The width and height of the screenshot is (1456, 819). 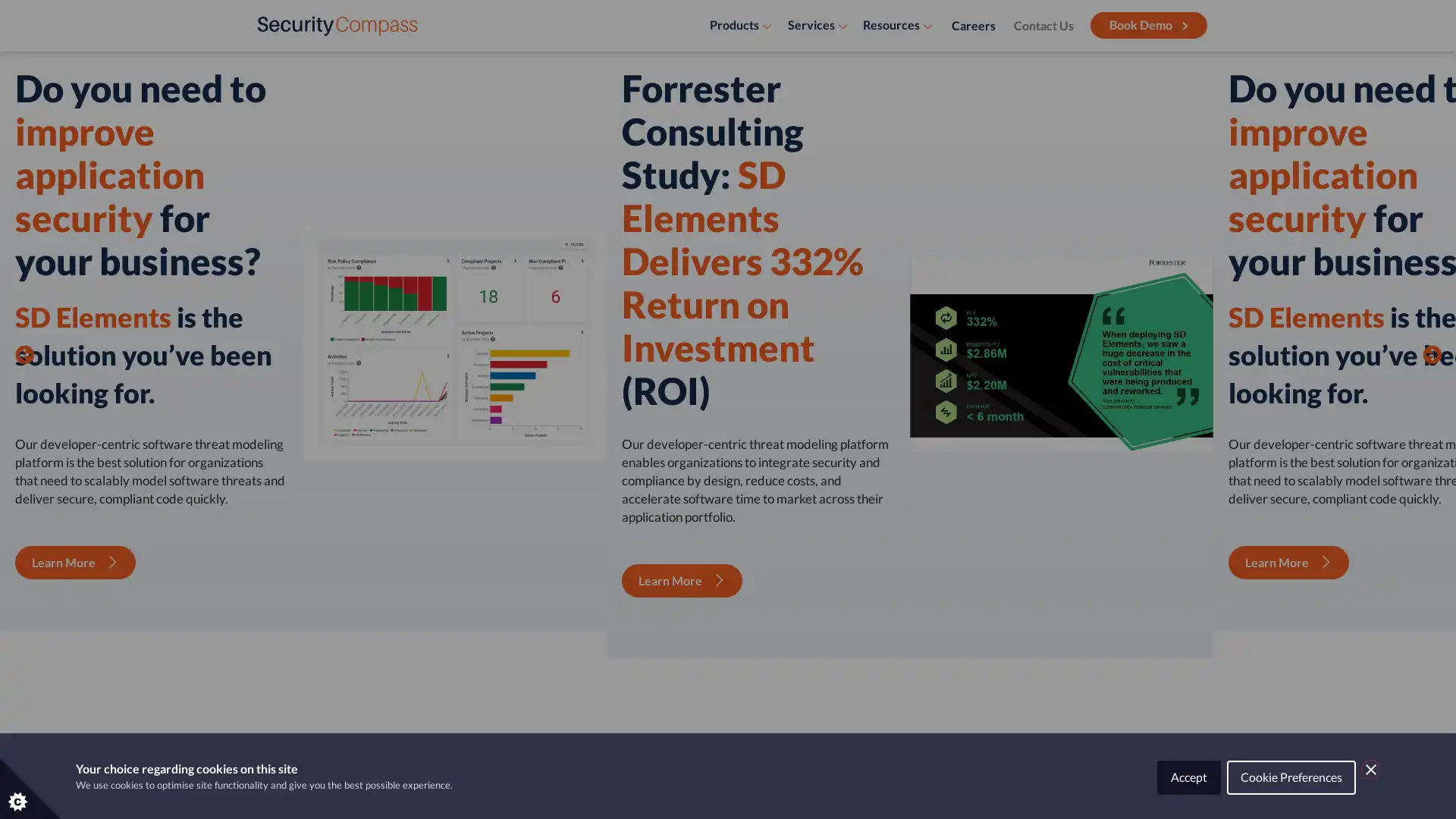 What do you see at coordinates (24, 288) in the screenshot?
I see `Previous` at bounding box center [24, 288].